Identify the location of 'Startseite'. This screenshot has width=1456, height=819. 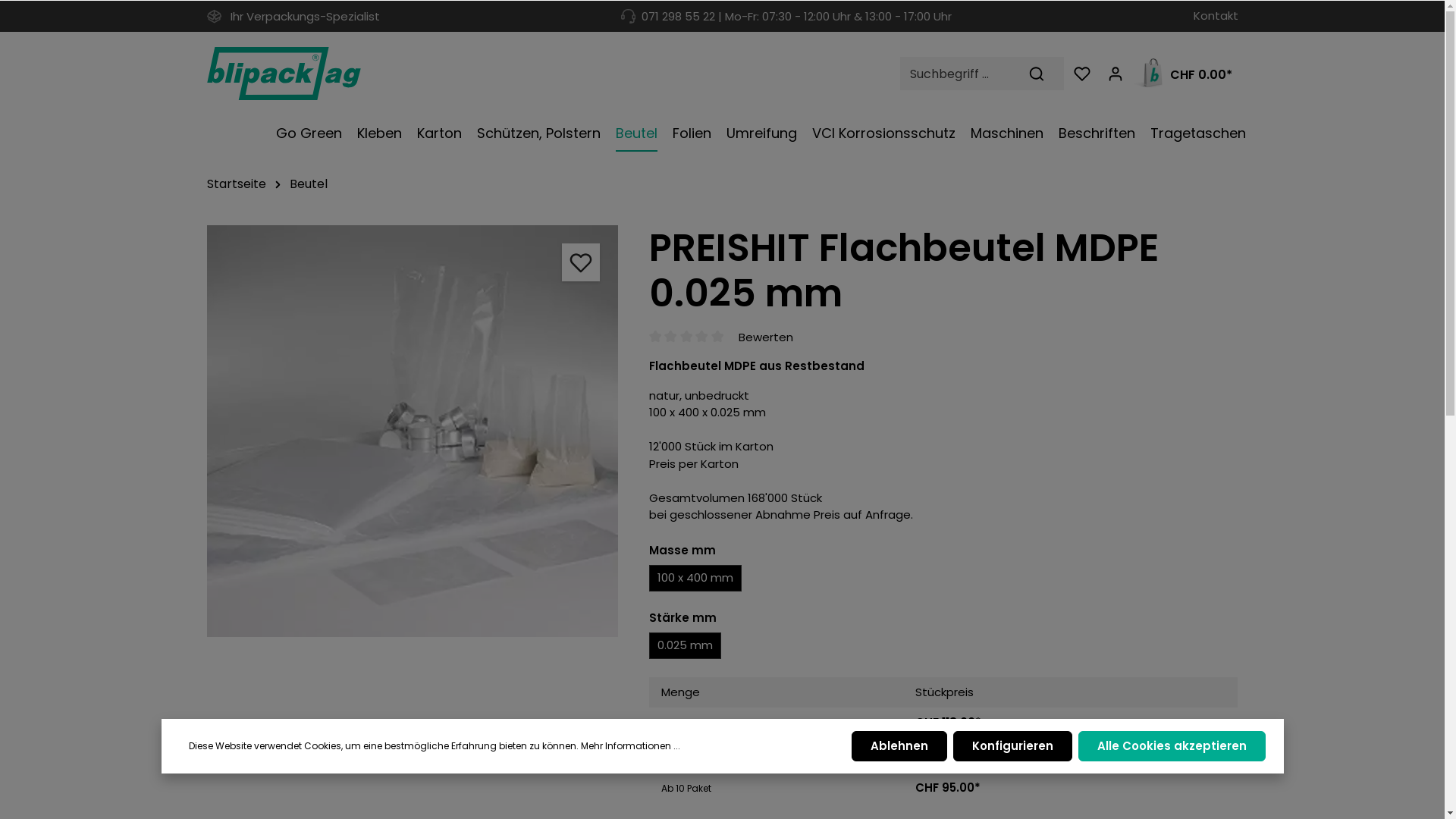
(235, 183).